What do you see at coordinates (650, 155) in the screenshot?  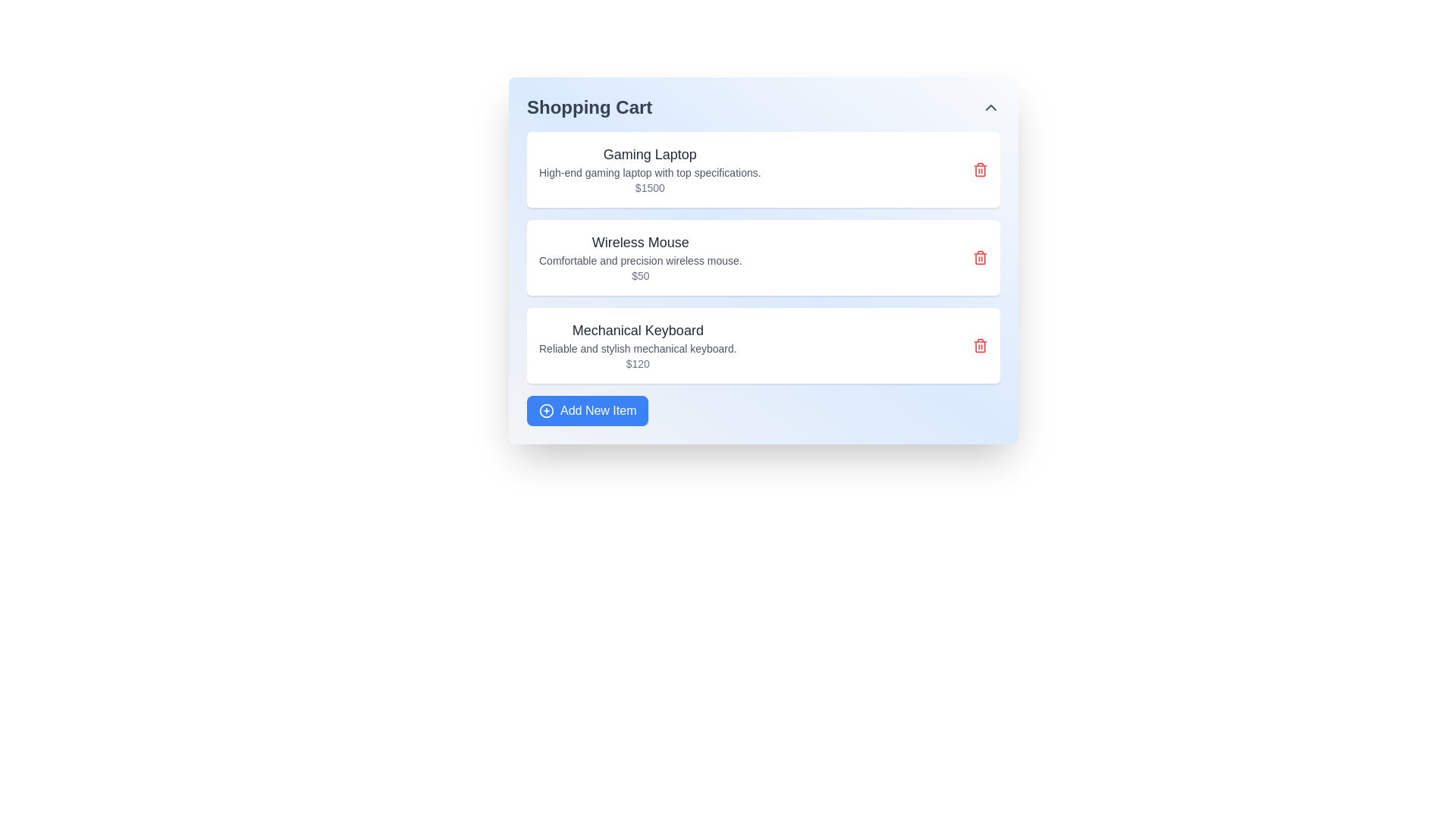 I see `the text label displaying 'Gaming Laptop' which is bold and larger than adjacent text, located at the top of a list item in the shopping cart interface` at bounding box center [650, 155].